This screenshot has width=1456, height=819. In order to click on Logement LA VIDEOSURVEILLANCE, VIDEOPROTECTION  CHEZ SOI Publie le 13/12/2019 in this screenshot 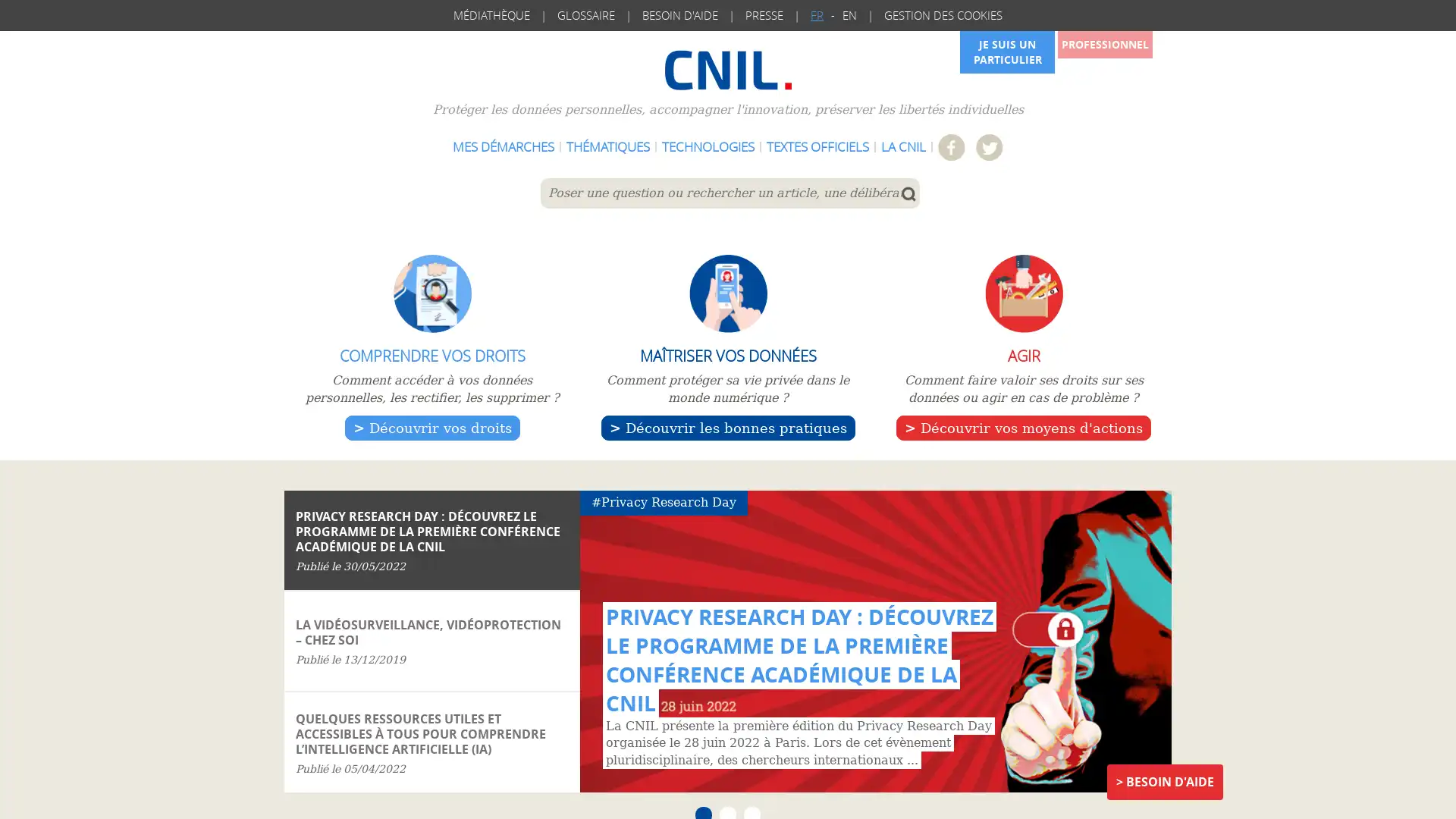, I will do `click(431, 641)`.